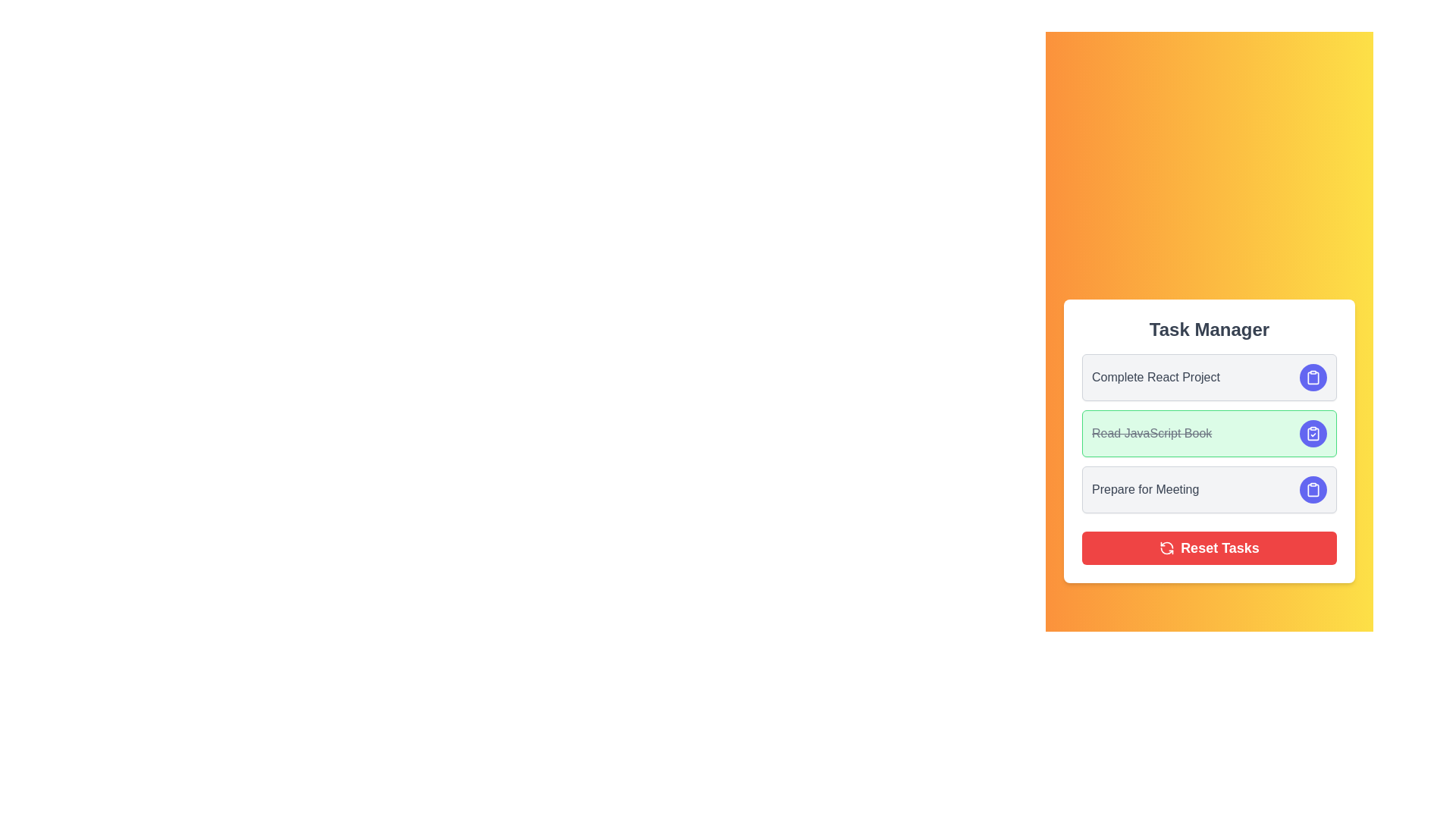 The height and width of the screenshot is (819, 1456). Describe the element at coordinates (1208, 548) in the screenshot. I see `the red reset button located at the bottom of the 'Task Manager' card` at that location.